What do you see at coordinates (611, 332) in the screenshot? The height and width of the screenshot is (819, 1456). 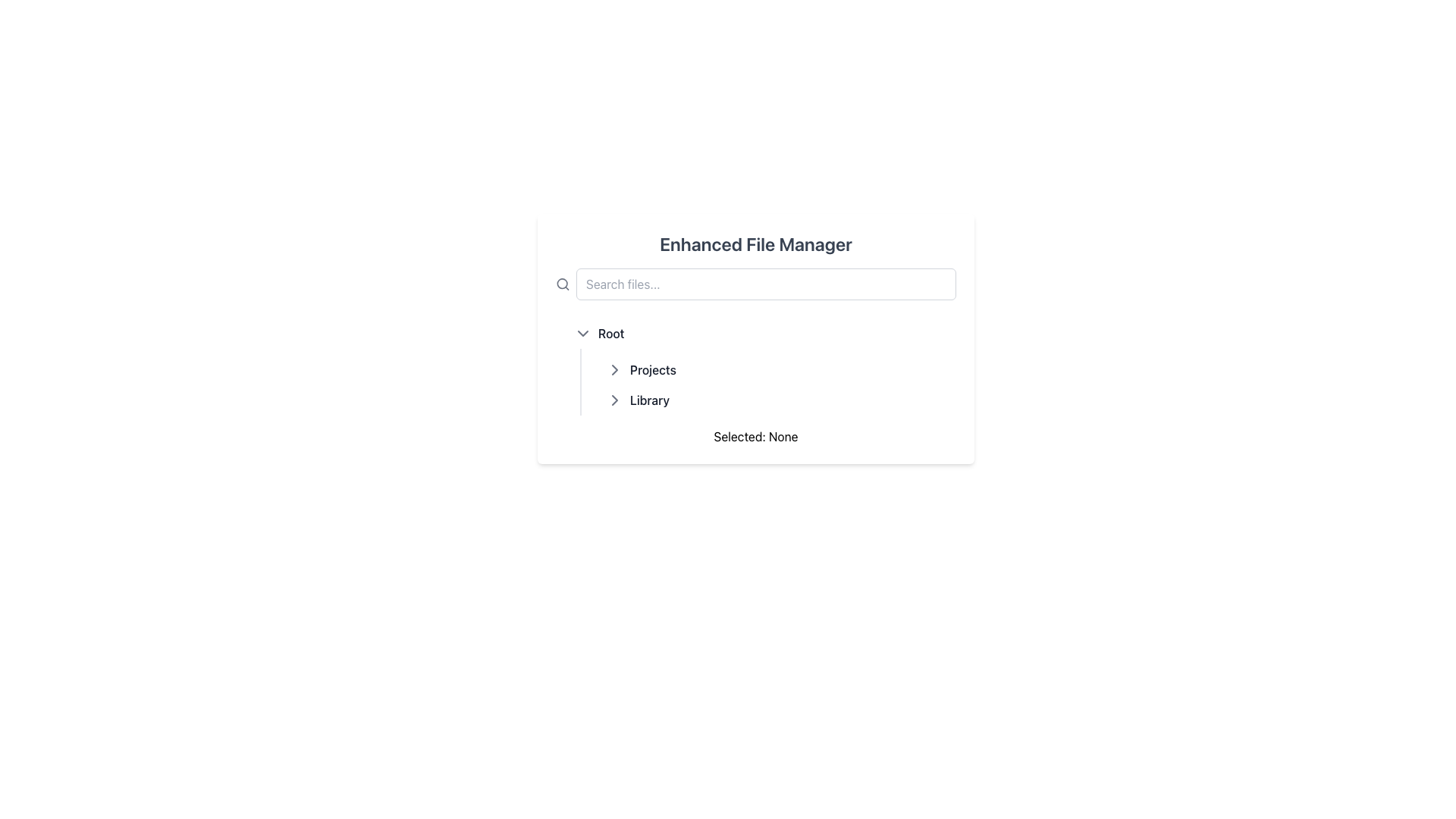 I see `the text label displaying 'Root' which is part of a collapsible menu, located in the sidebar of the interface` at bounding box center [611, 332].